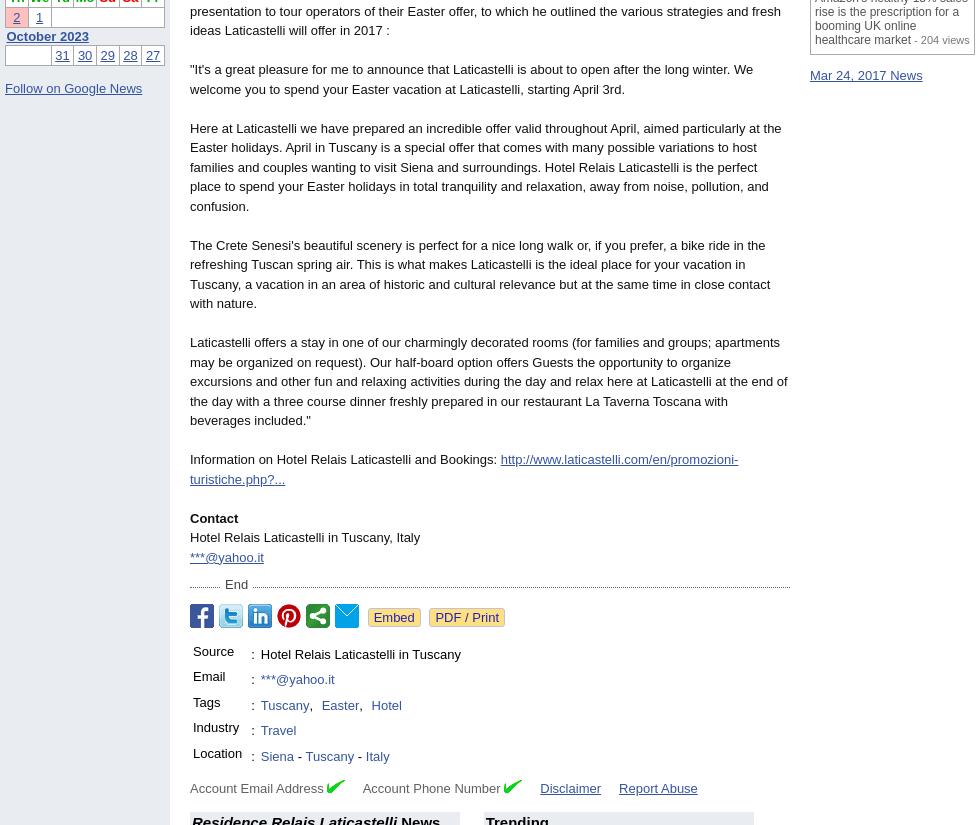 The image size is (980, 825). What do you see at coordinates (344, 787) in the screenshot?
I see `'Account Phone Number'` at bounding box center [344, 787].